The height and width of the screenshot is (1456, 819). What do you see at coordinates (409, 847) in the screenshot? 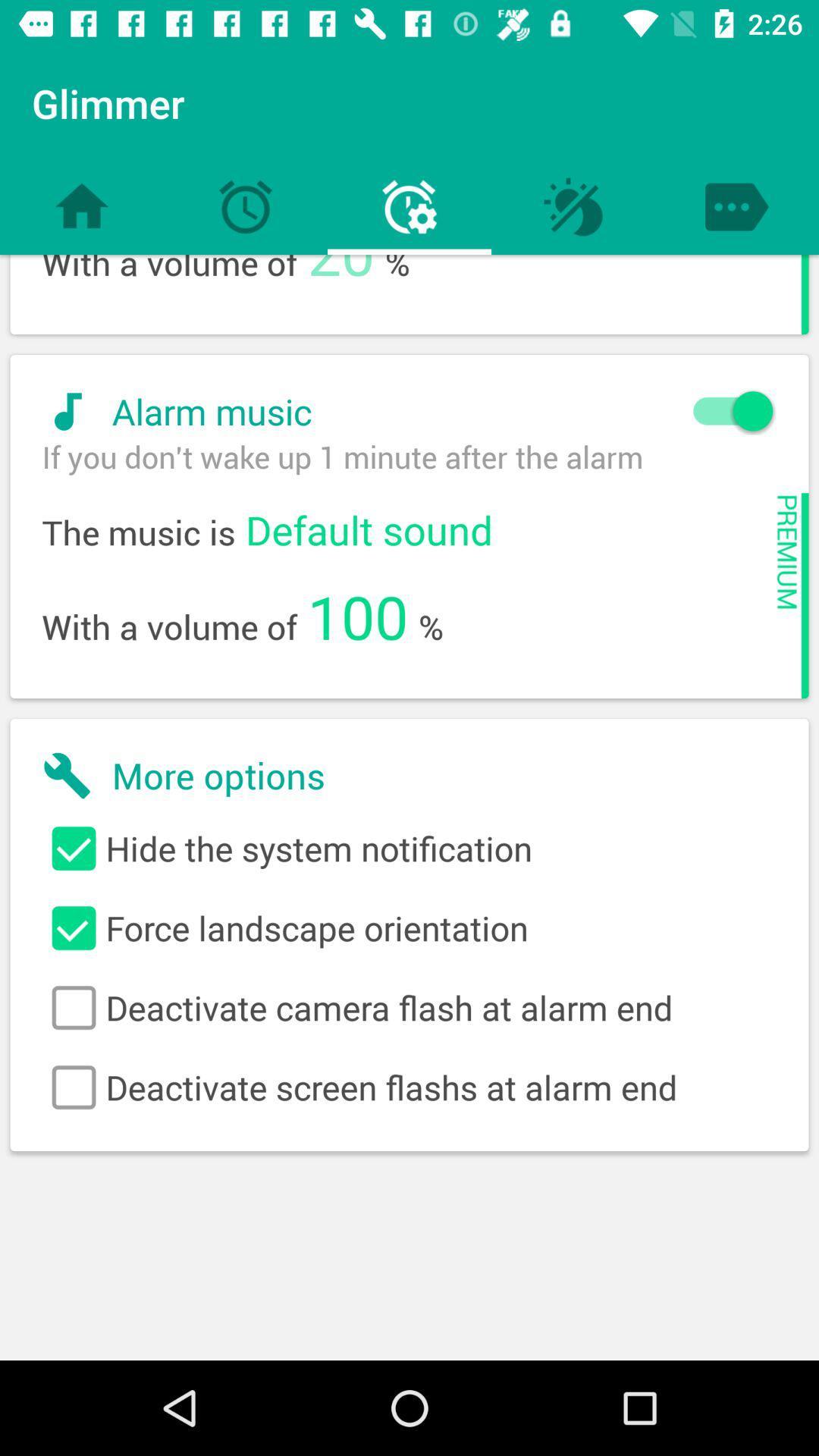
I see `hide the system` at bounding box center [409, 847].